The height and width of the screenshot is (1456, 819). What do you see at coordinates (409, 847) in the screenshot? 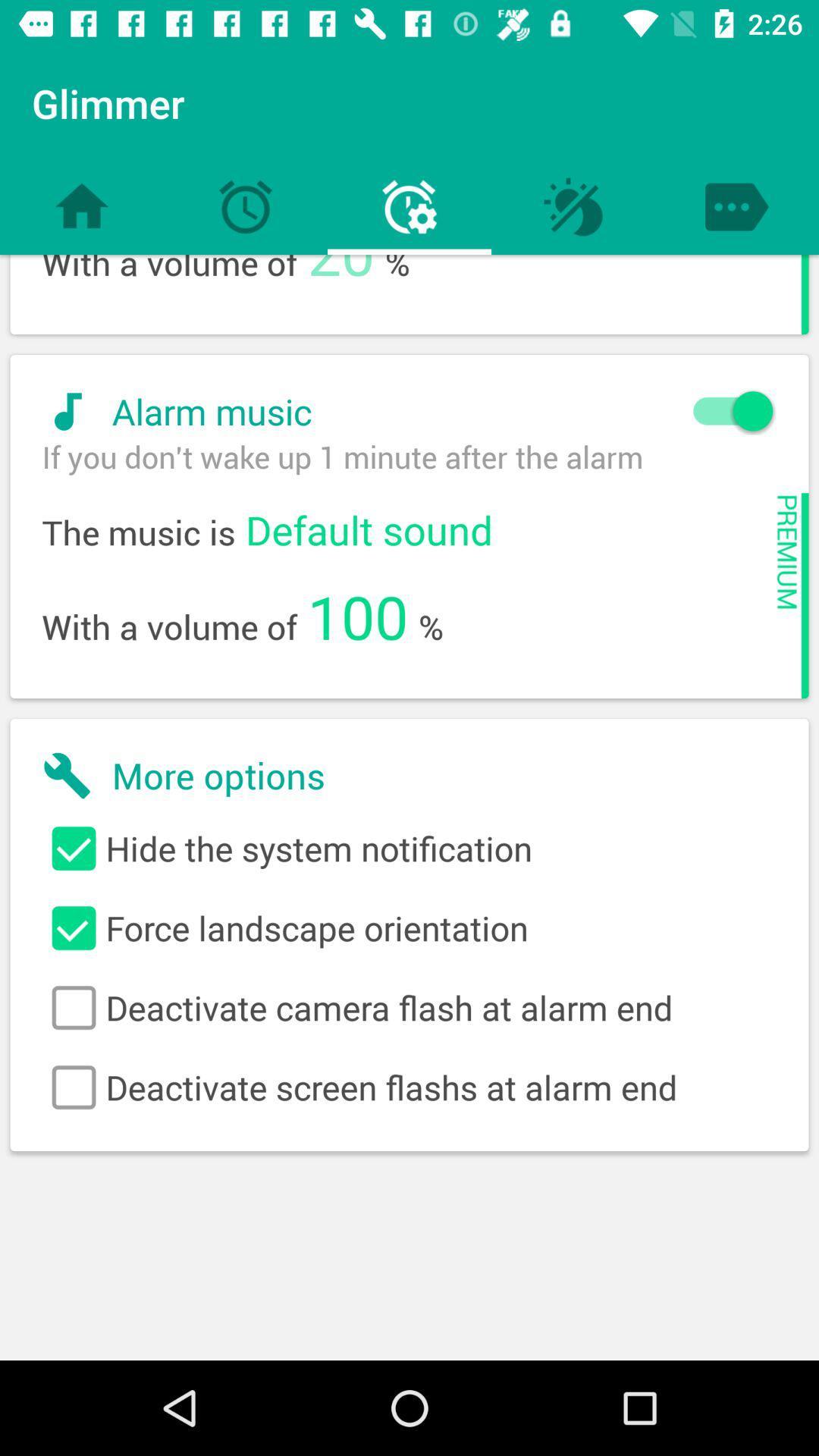
I see `hide the system` at bounding box center [409, 847].